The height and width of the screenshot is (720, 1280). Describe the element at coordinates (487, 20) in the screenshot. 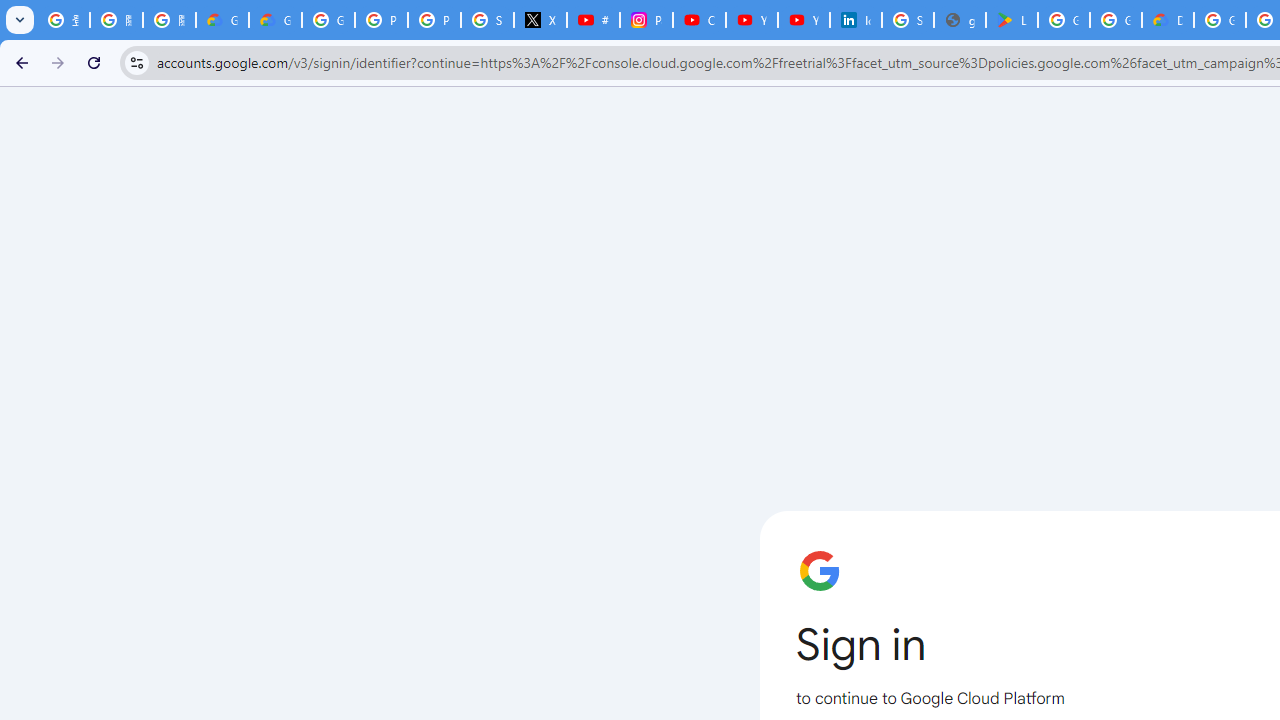

I see `'Sign in - Google Accounts'` at that location.